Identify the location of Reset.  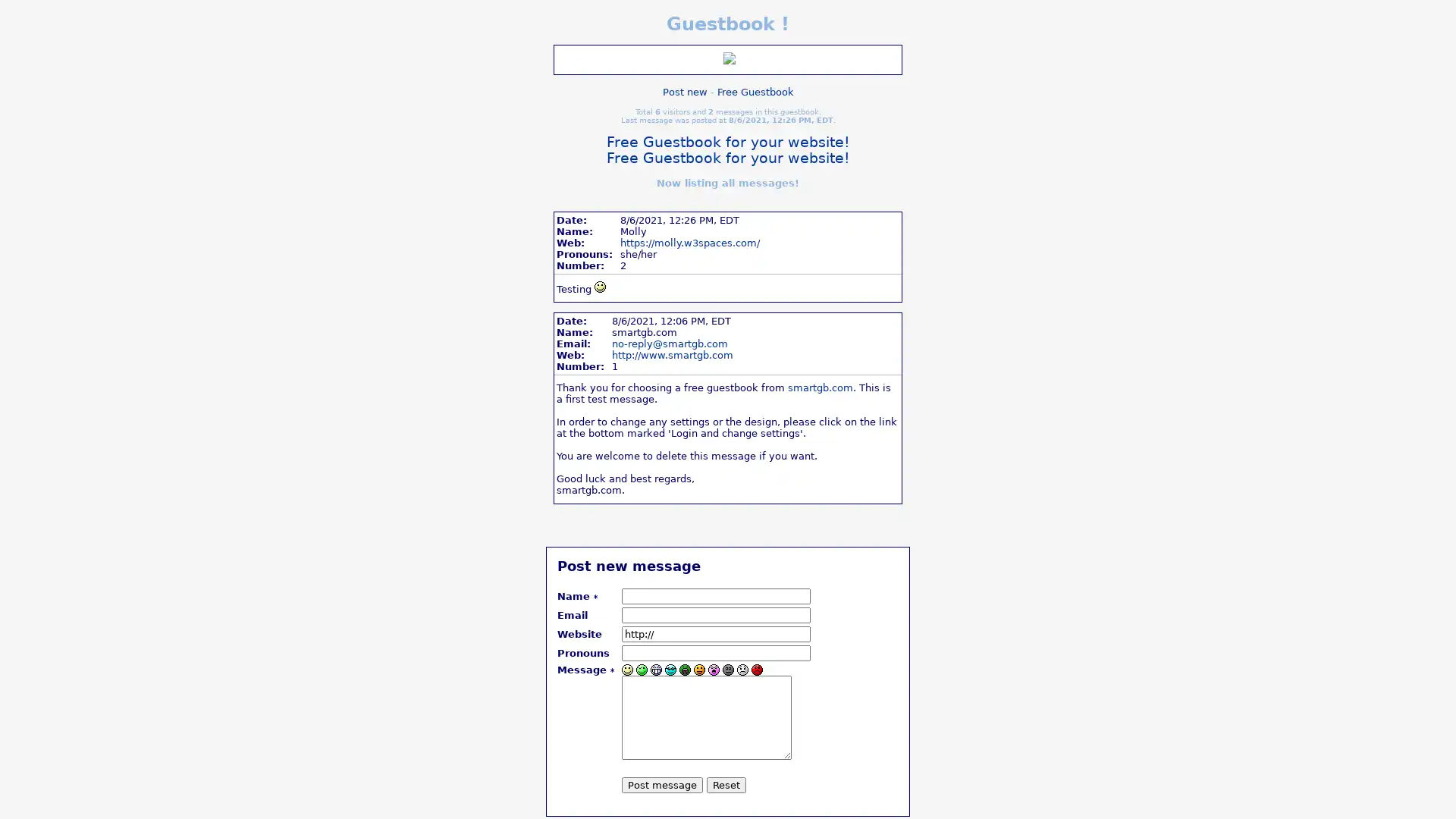
(726, 784).